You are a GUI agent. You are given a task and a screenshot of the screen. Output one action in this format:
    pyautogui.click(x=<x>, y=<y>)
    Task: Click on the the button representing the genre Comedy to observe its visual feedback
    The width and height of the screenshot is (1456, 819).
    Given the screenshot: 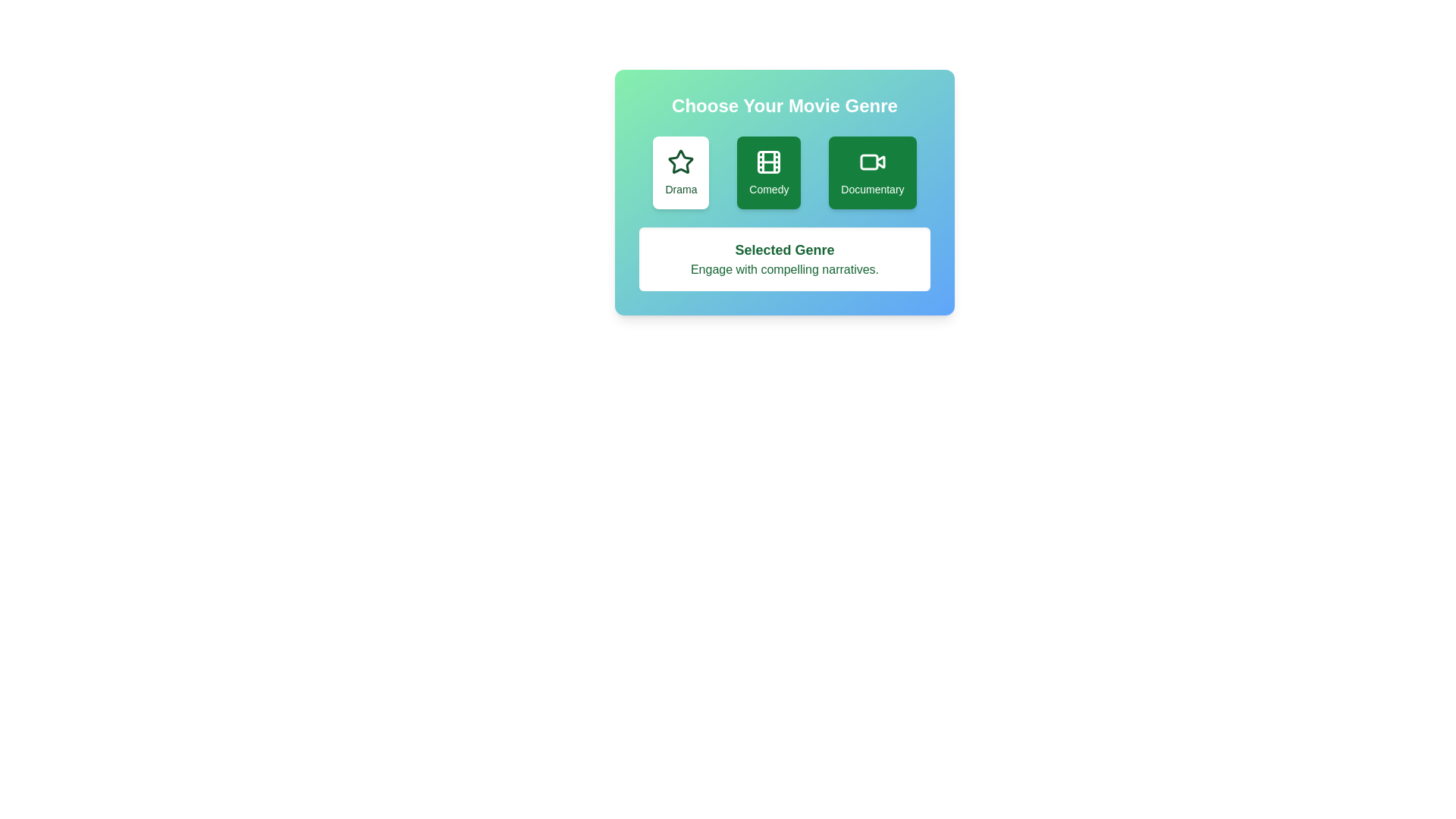 What is the action you would take?
    pyautogui.click(x=769, y=171)
    